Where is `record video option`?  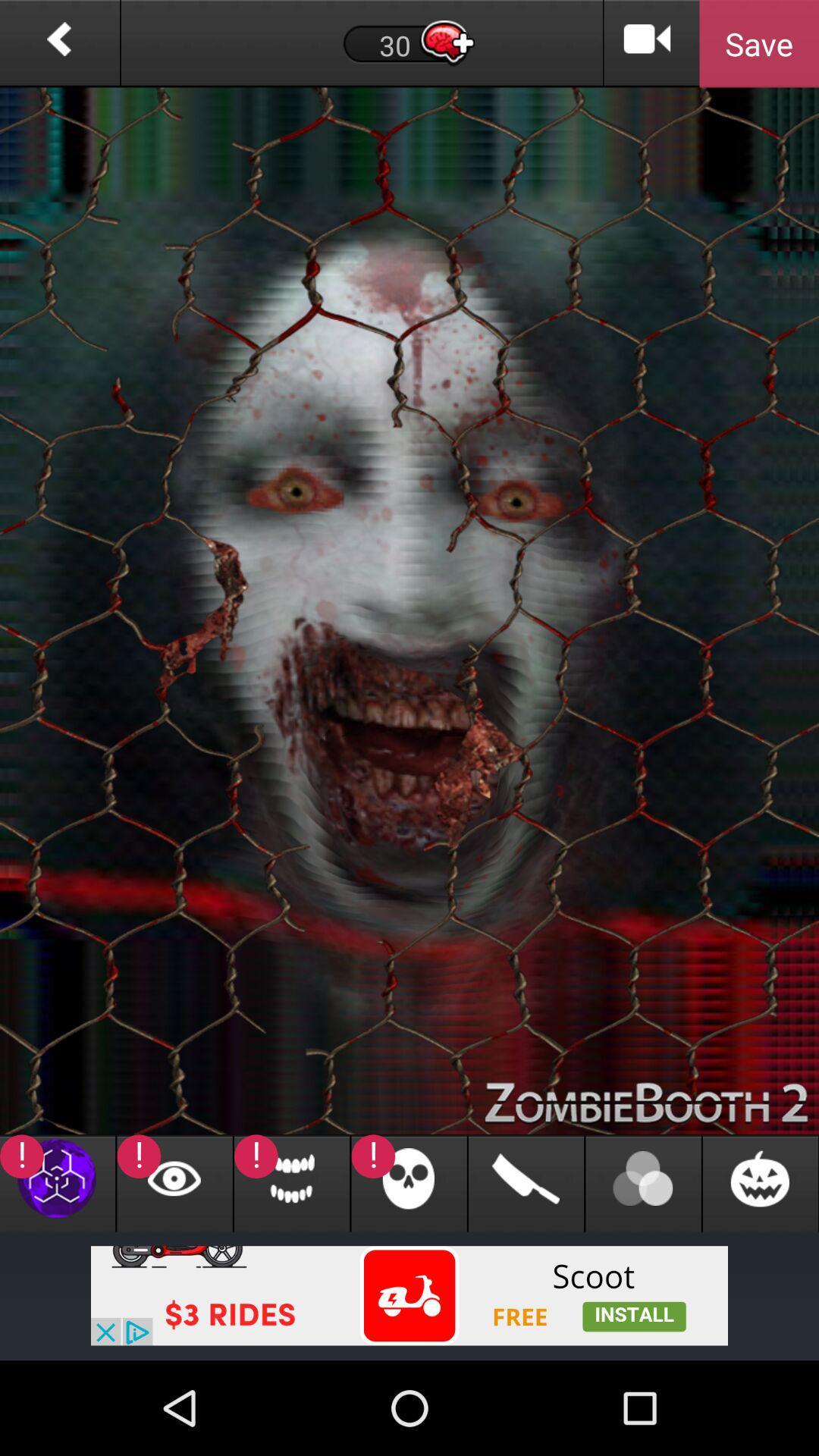
record video option is located at coordinates (648, 43).